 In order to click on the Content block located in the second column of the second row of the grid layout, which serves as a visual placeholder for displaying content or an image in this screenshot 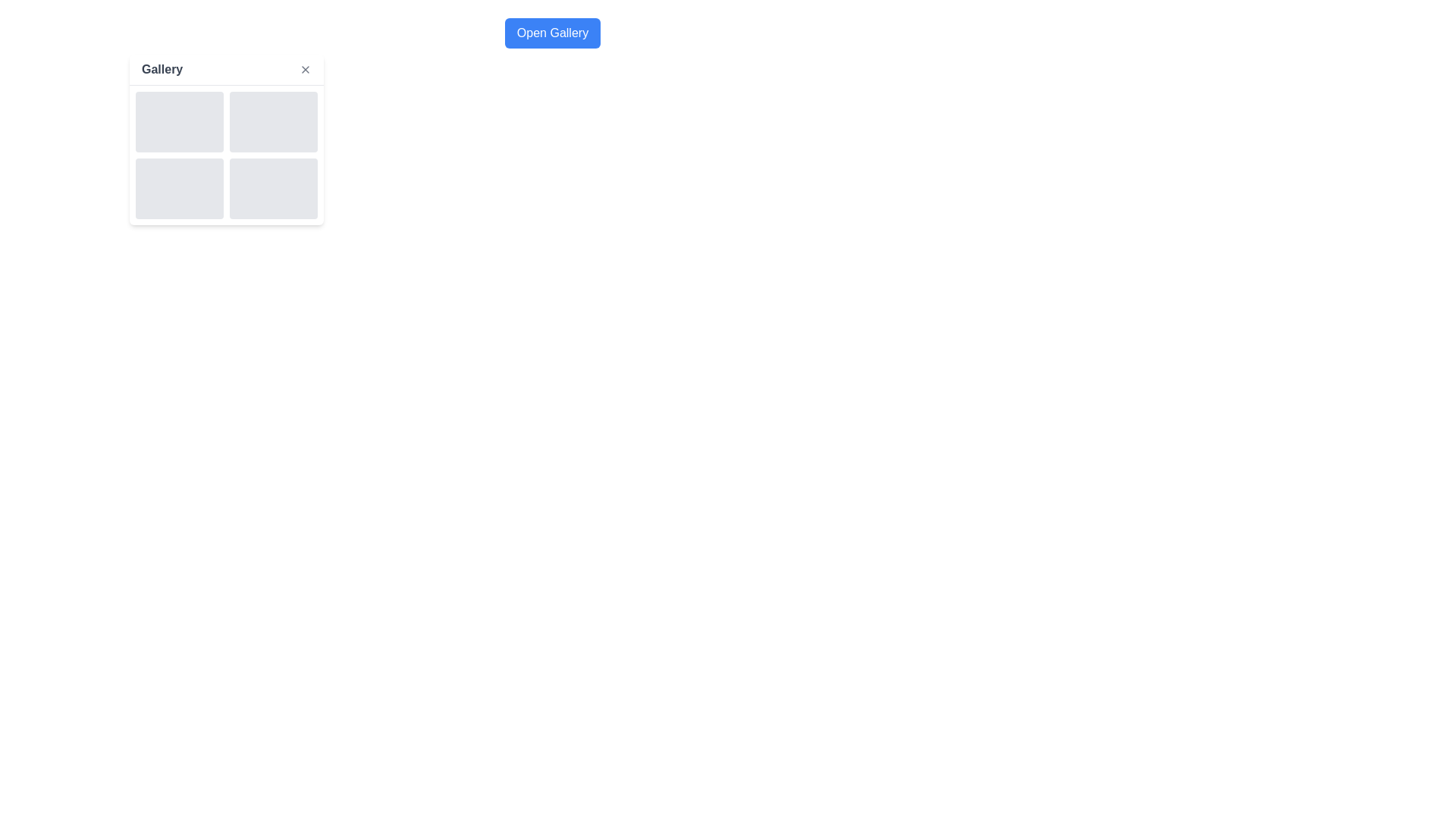, I will do `click(273, 188)`.